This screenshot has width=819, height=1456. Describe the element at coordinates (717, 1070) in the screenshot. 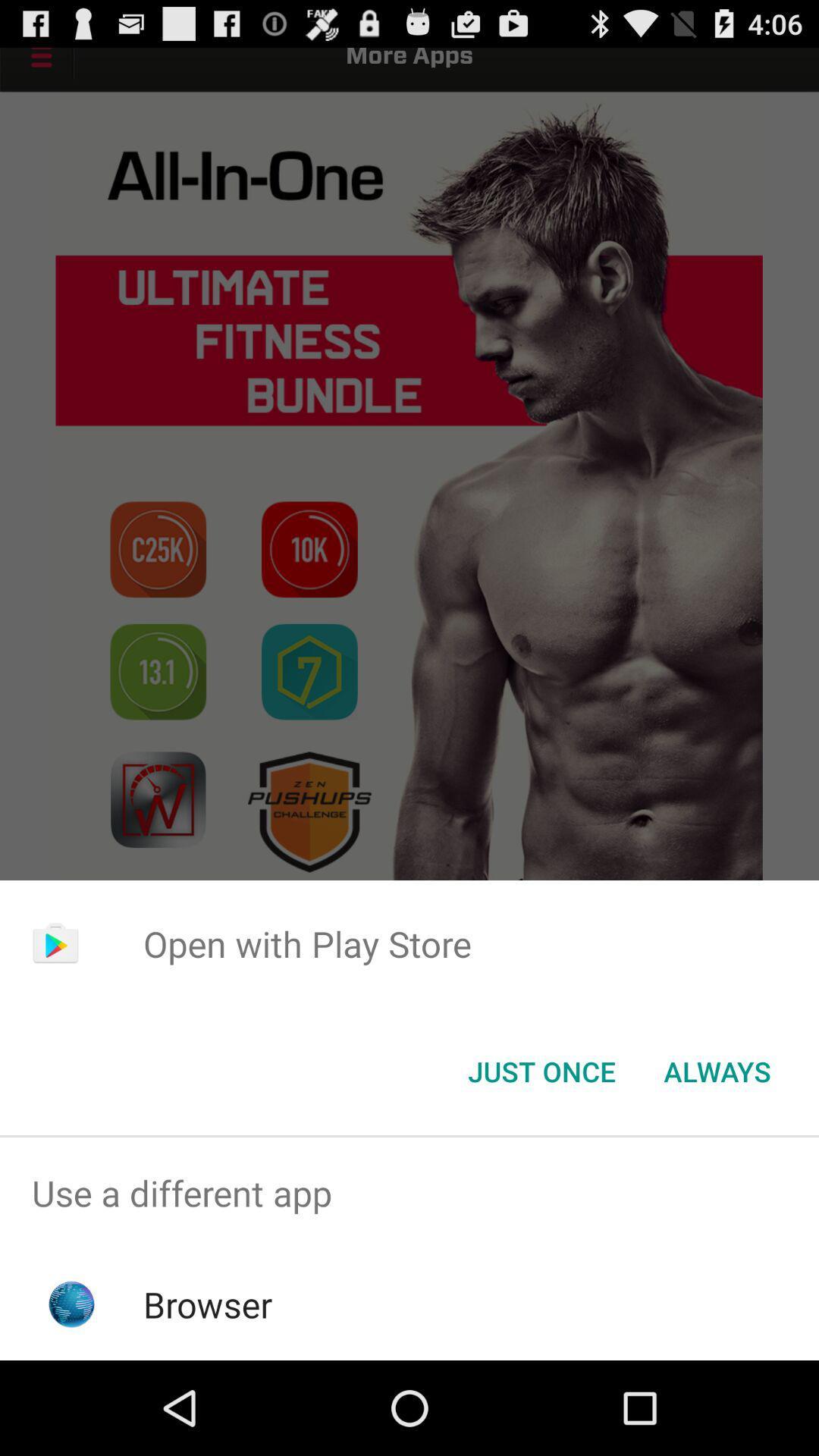

I see `the button next to the just once icon` at that location.